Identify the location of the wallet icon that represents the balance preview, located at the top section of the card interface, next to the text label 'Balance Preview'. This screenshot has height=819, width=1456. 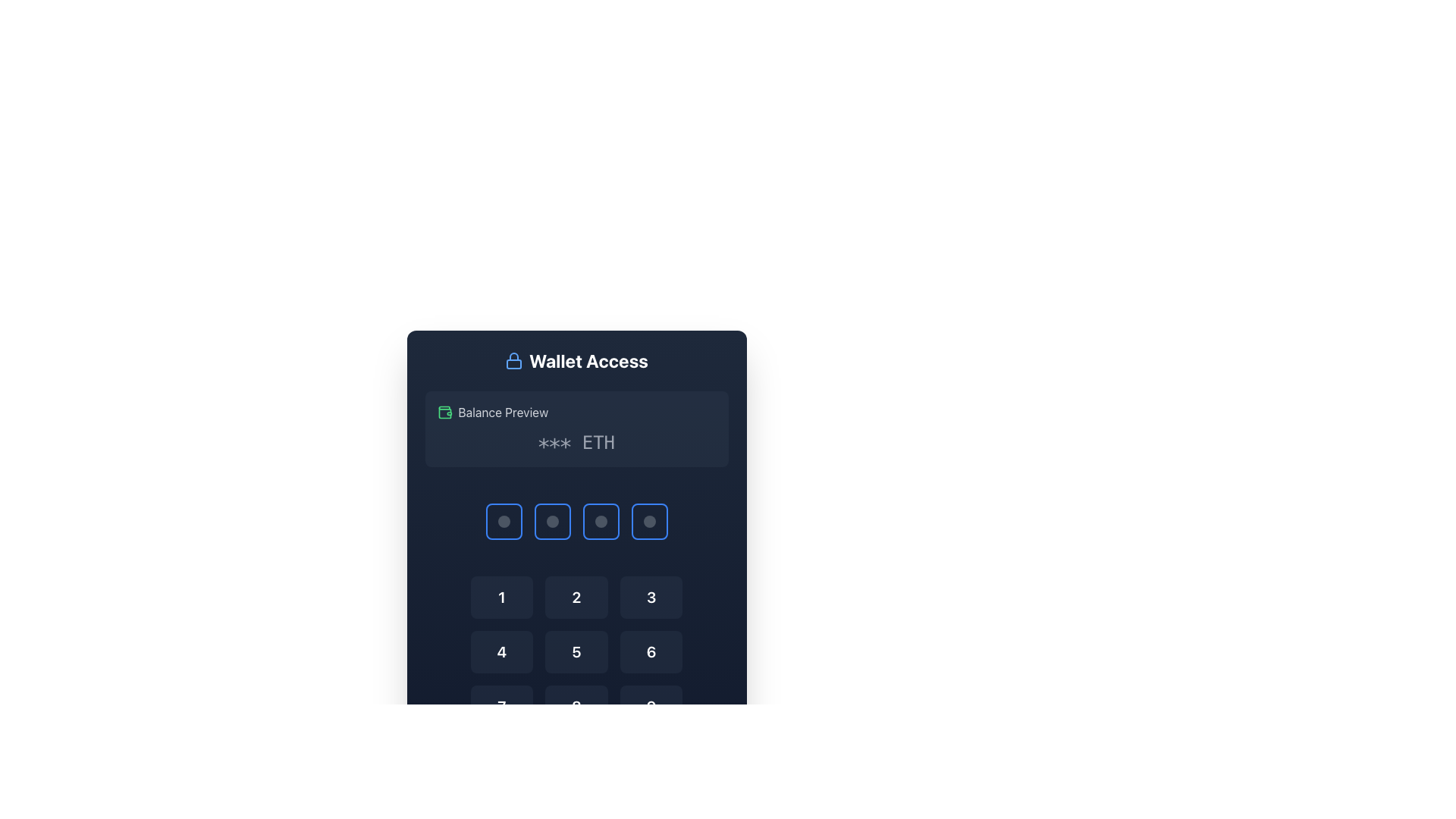
(444, 412).